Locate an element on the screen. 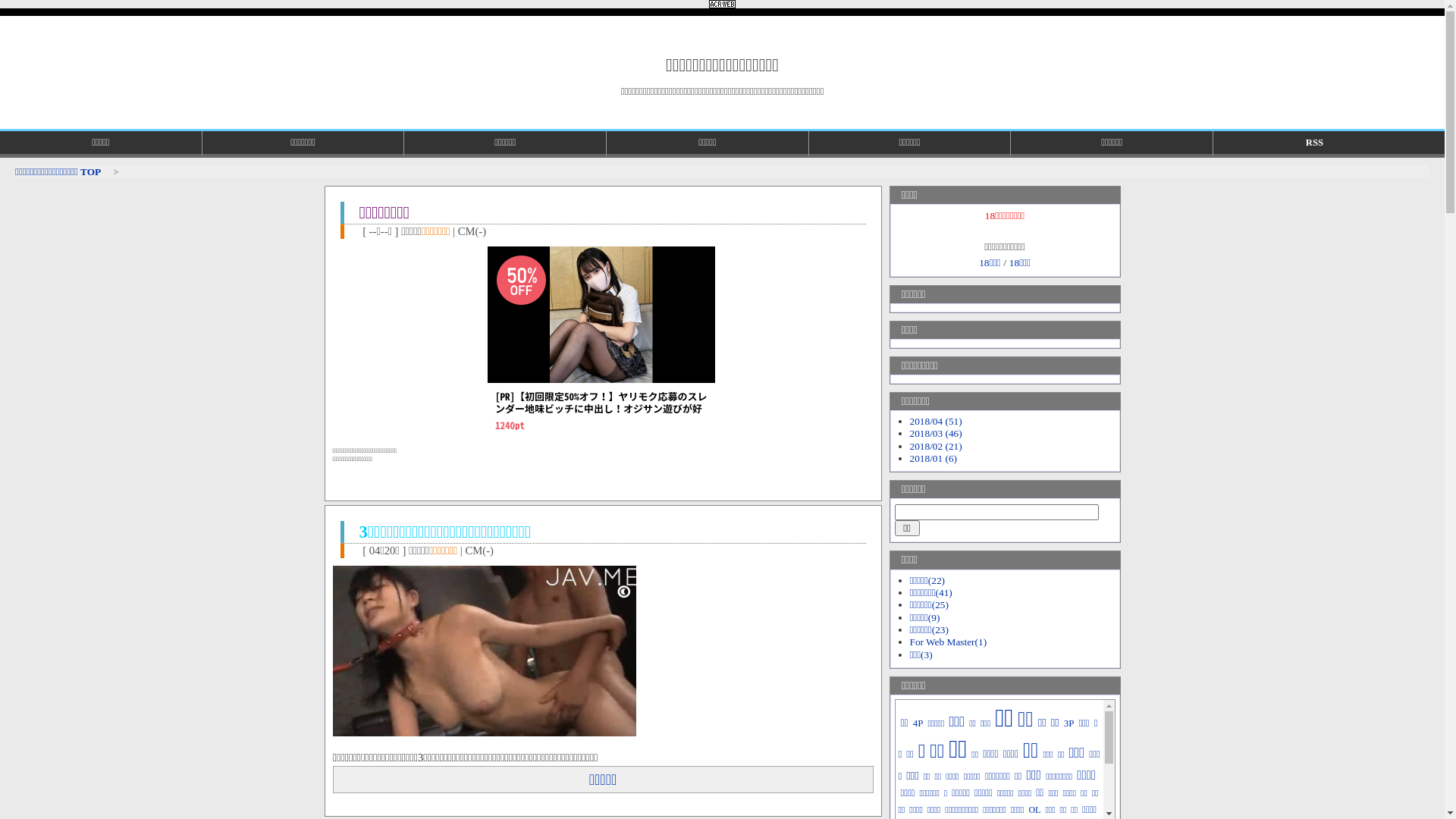 Image resolution: width=1456 pixels, height=819 pixels. 'OL' is located at coordinates (1033, 809).